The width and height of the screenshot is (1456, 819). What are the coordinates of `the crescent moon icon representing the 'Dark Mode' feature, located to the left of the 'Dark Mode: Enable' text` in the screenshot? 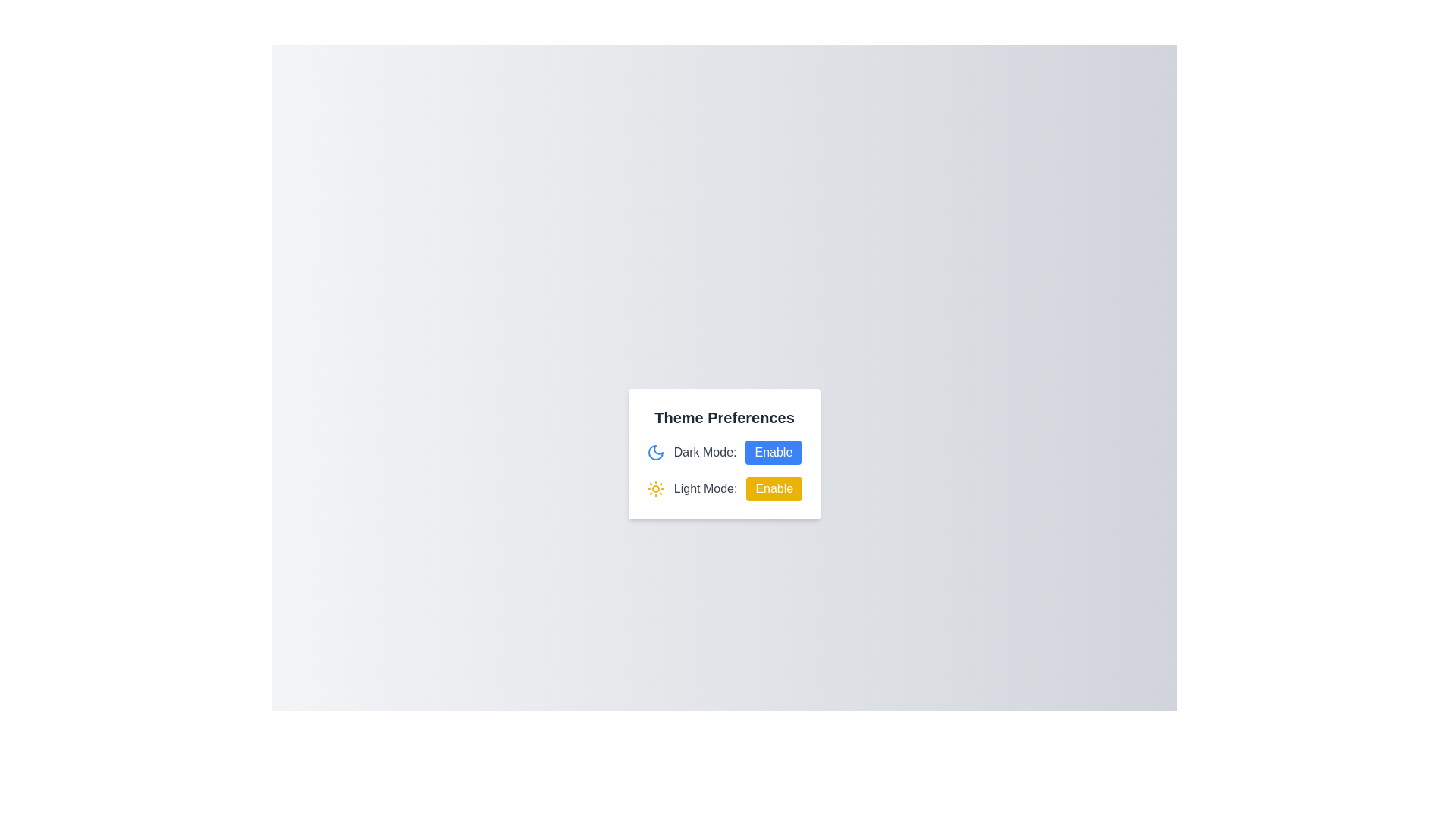 It's located at (655, 452).